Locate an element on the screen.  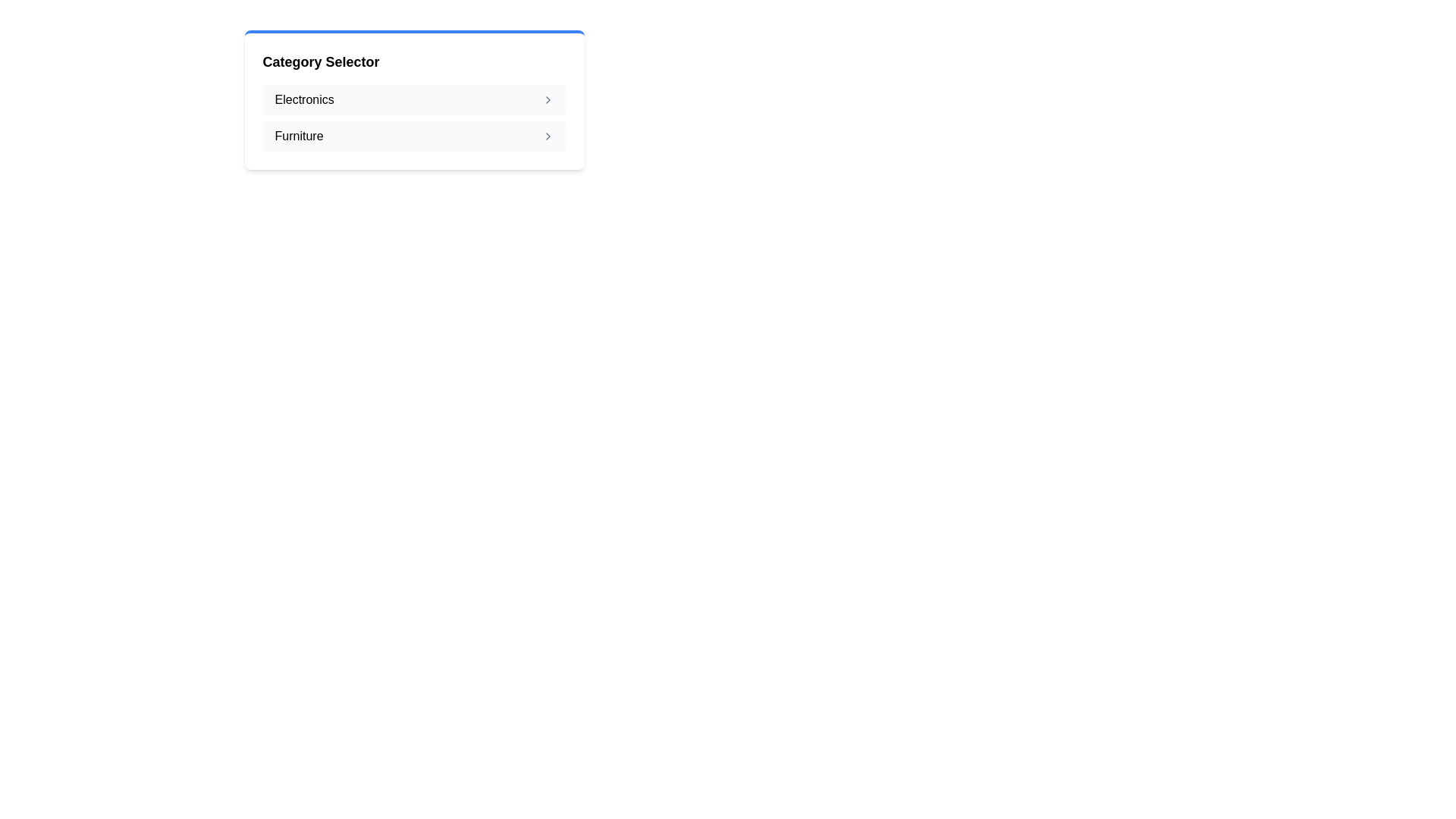
the rightward-pointing gray chevron icon located at the right end of the 'Electronics' row within the modal for accessibility is located at coordinates (547, 99).